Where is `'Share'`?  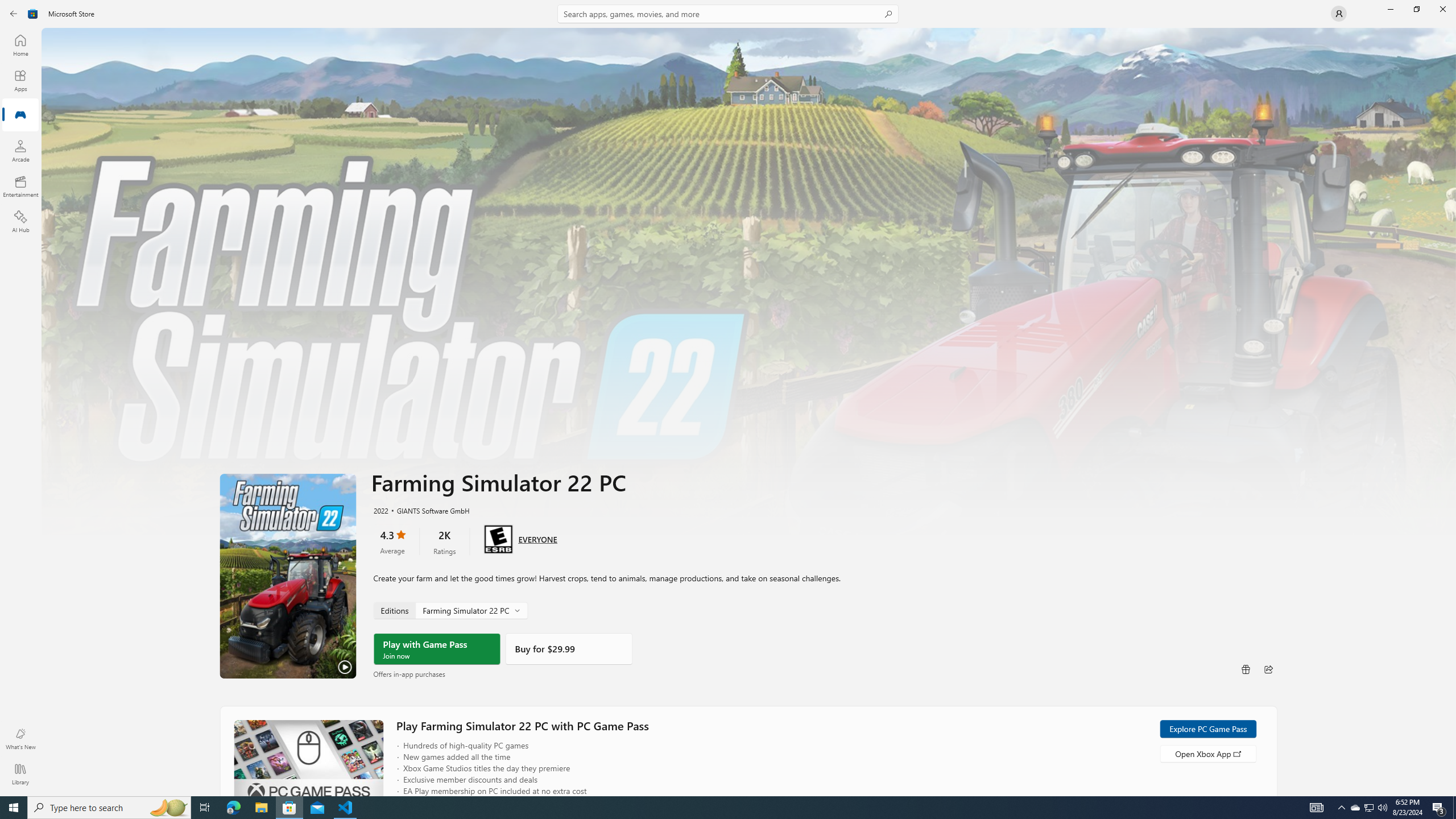 'Share' is located at coordinates (1268, 668).